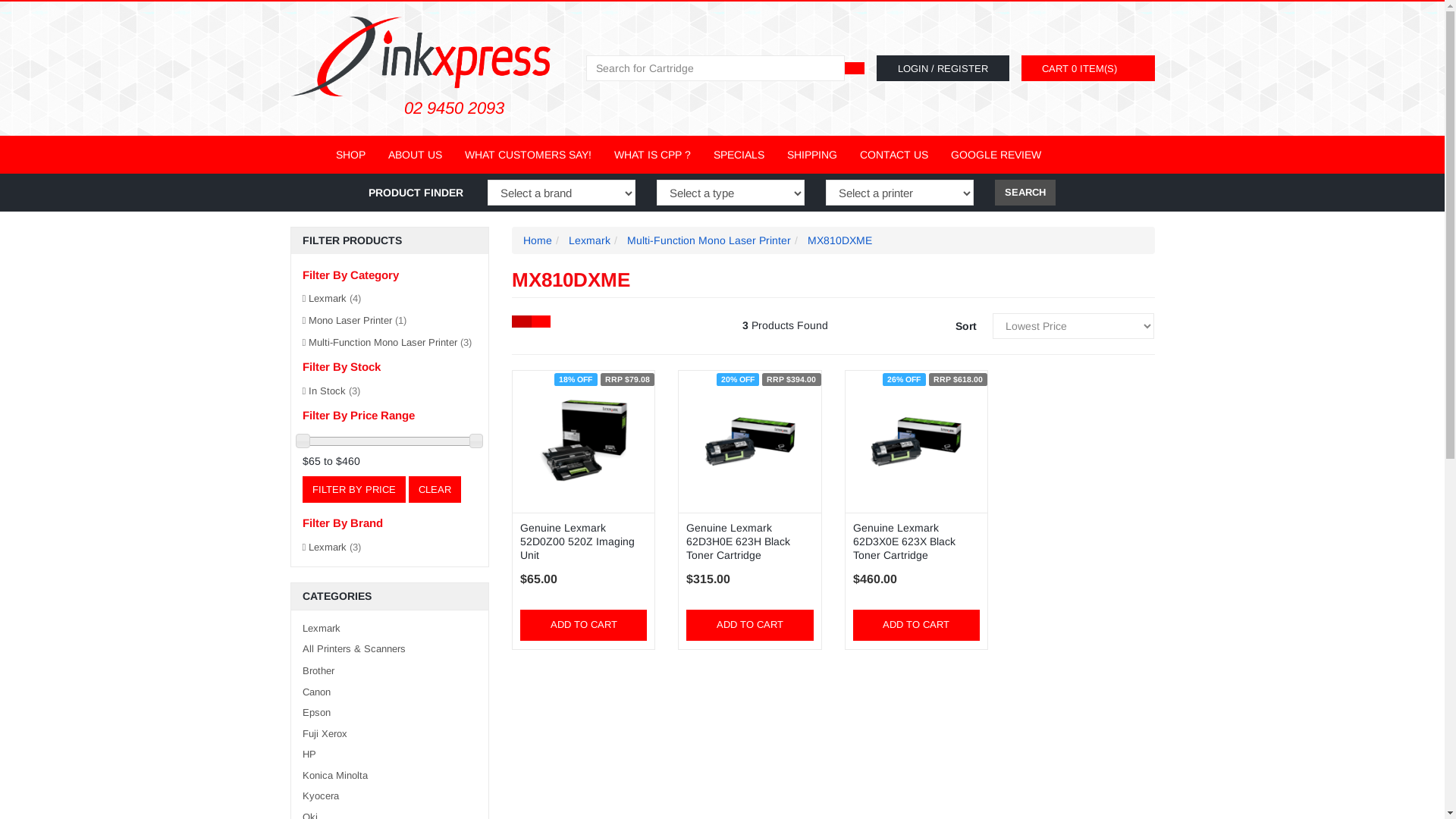 This screenshot has width=1456, height=819. What do you see at coordinates (701, 155) in the screenshot?
I see `'SPECIALS'` at bounding box center [701, 155].